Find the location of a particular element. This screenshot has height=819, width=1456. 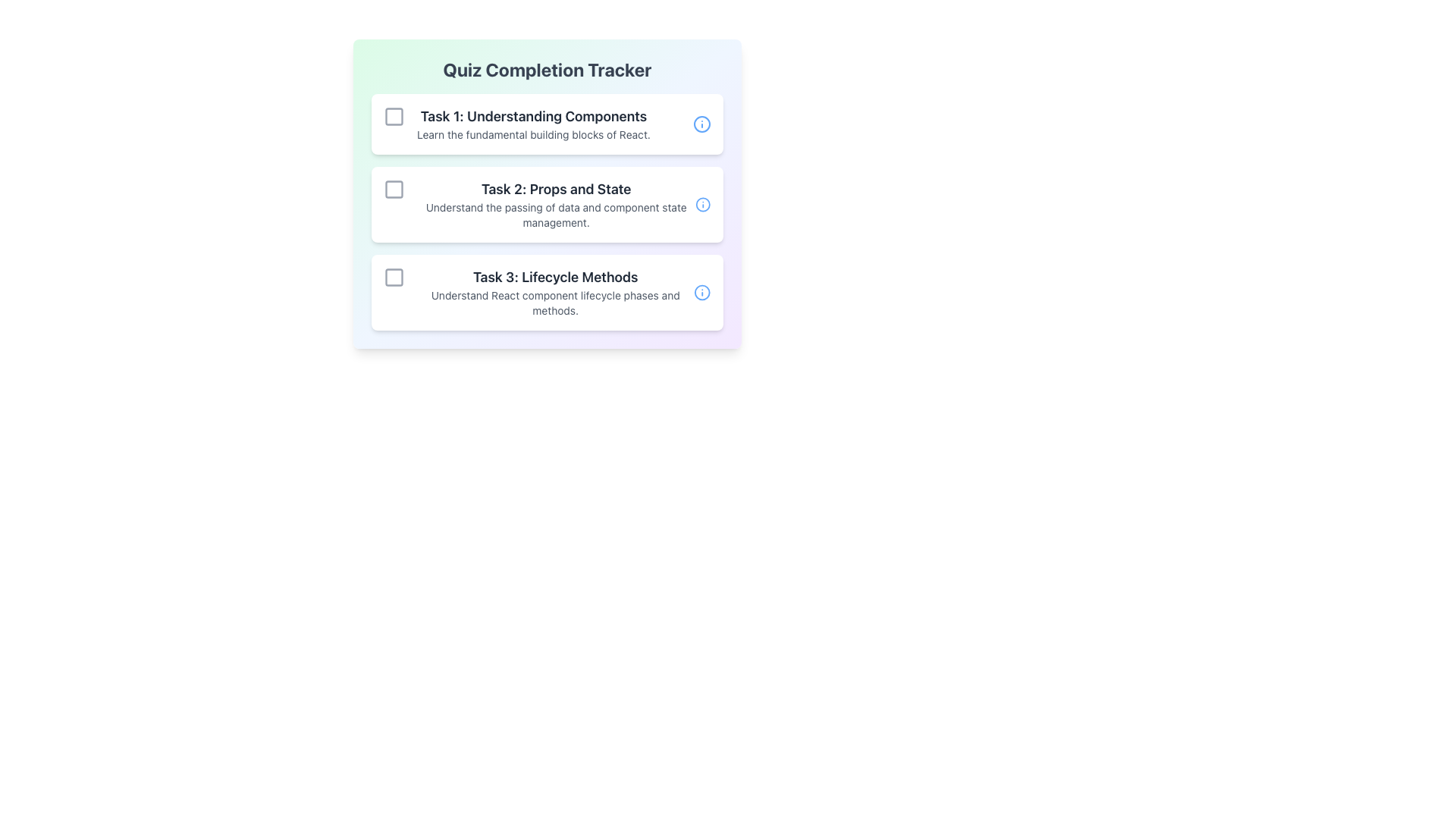

the blue outlined circular SVG Circle that is part of the 'info' icon next to 'Task 1: Understanding Components' for more information is located at coordinates (701, 124).